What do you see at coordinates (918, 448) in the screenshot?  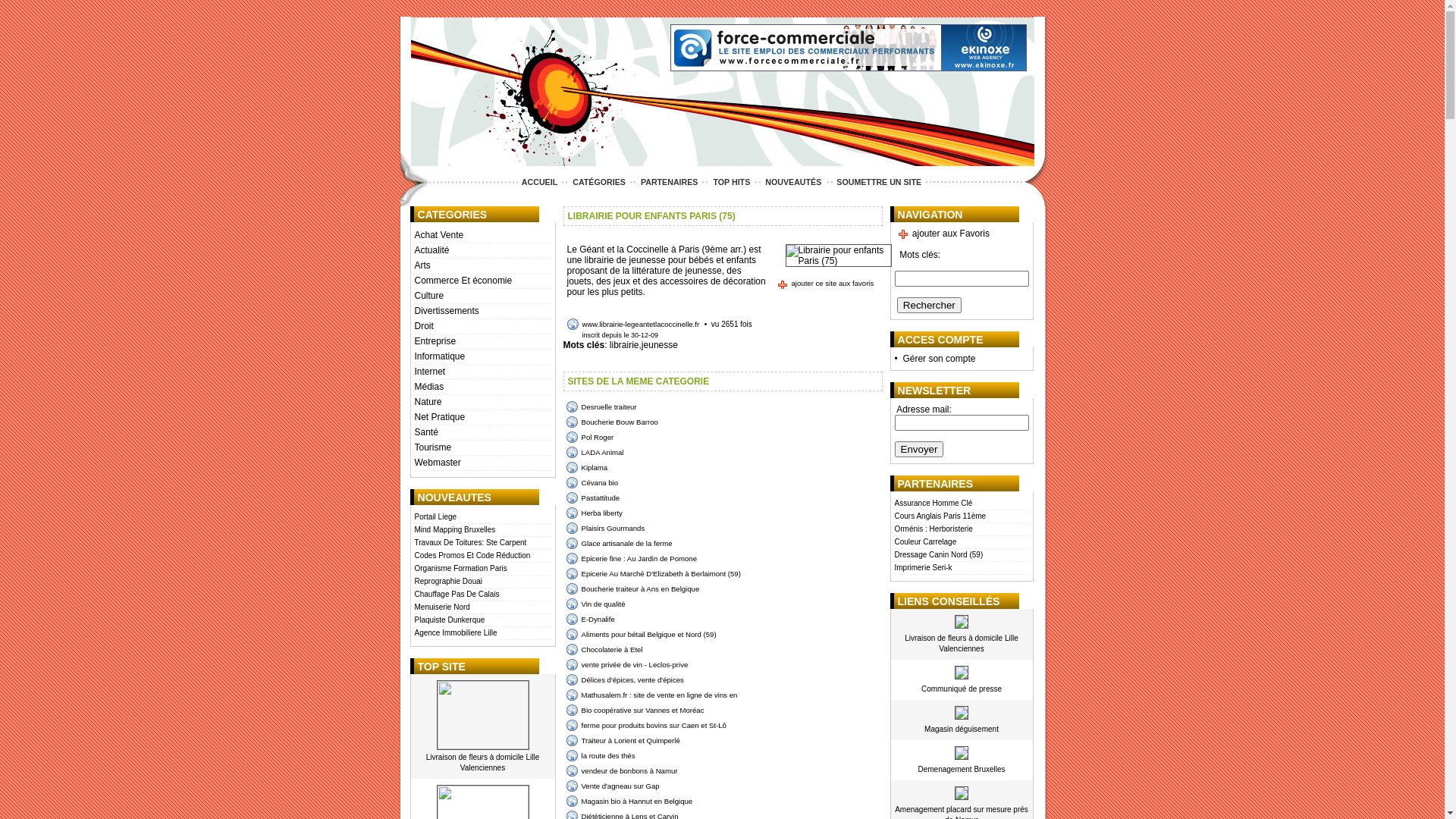 I see `'Envoyer'` at bounding box center [918, 448].